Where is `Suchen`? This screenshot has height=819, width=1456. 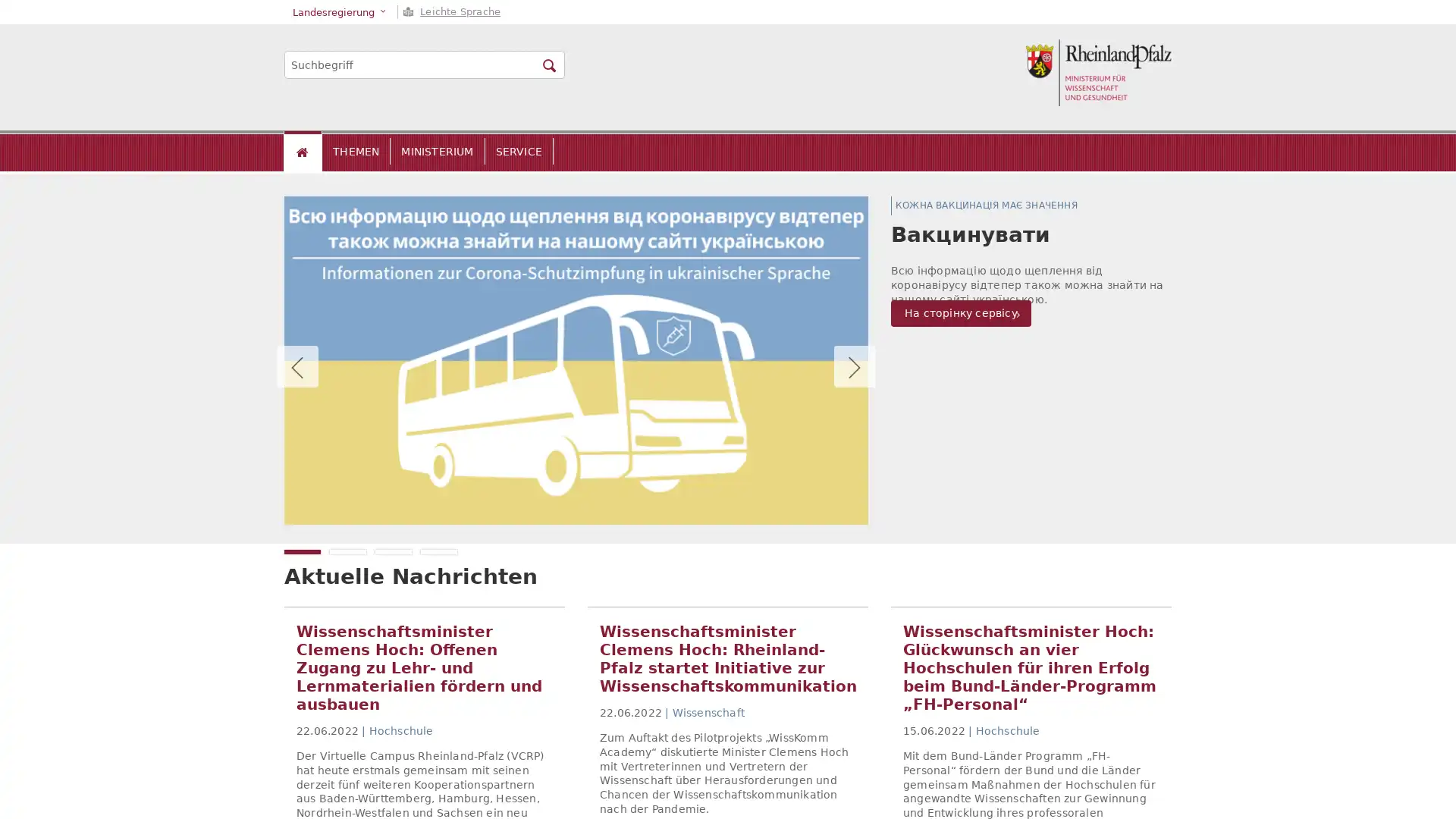
Suchen is located at coordinates (548, 65).